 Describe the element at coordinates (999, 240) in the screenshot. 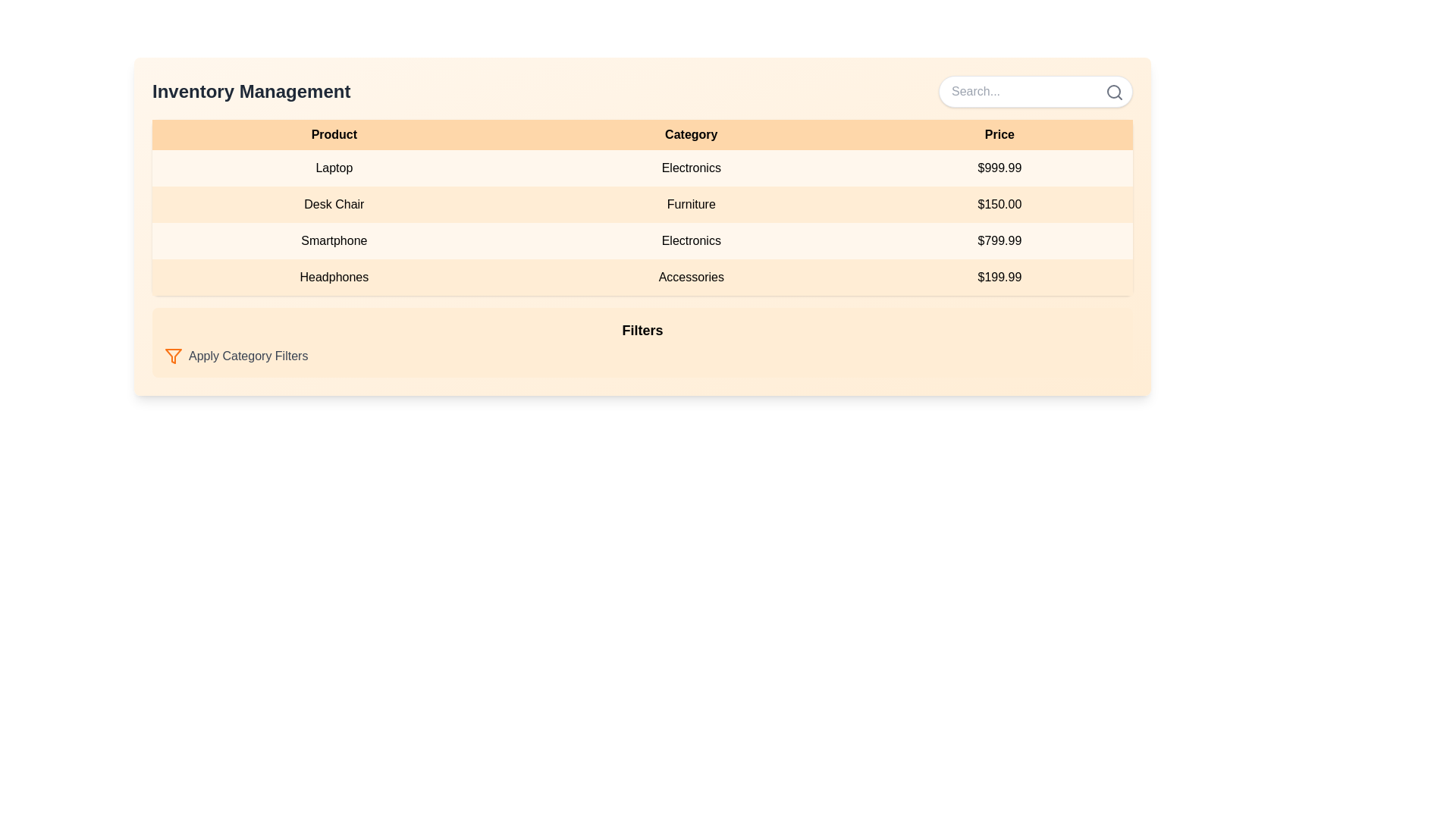

I see `the static text displaying the price of the 'Smartphone' product, located in the rightmost column of the table under the 'Price' heading` at that location.